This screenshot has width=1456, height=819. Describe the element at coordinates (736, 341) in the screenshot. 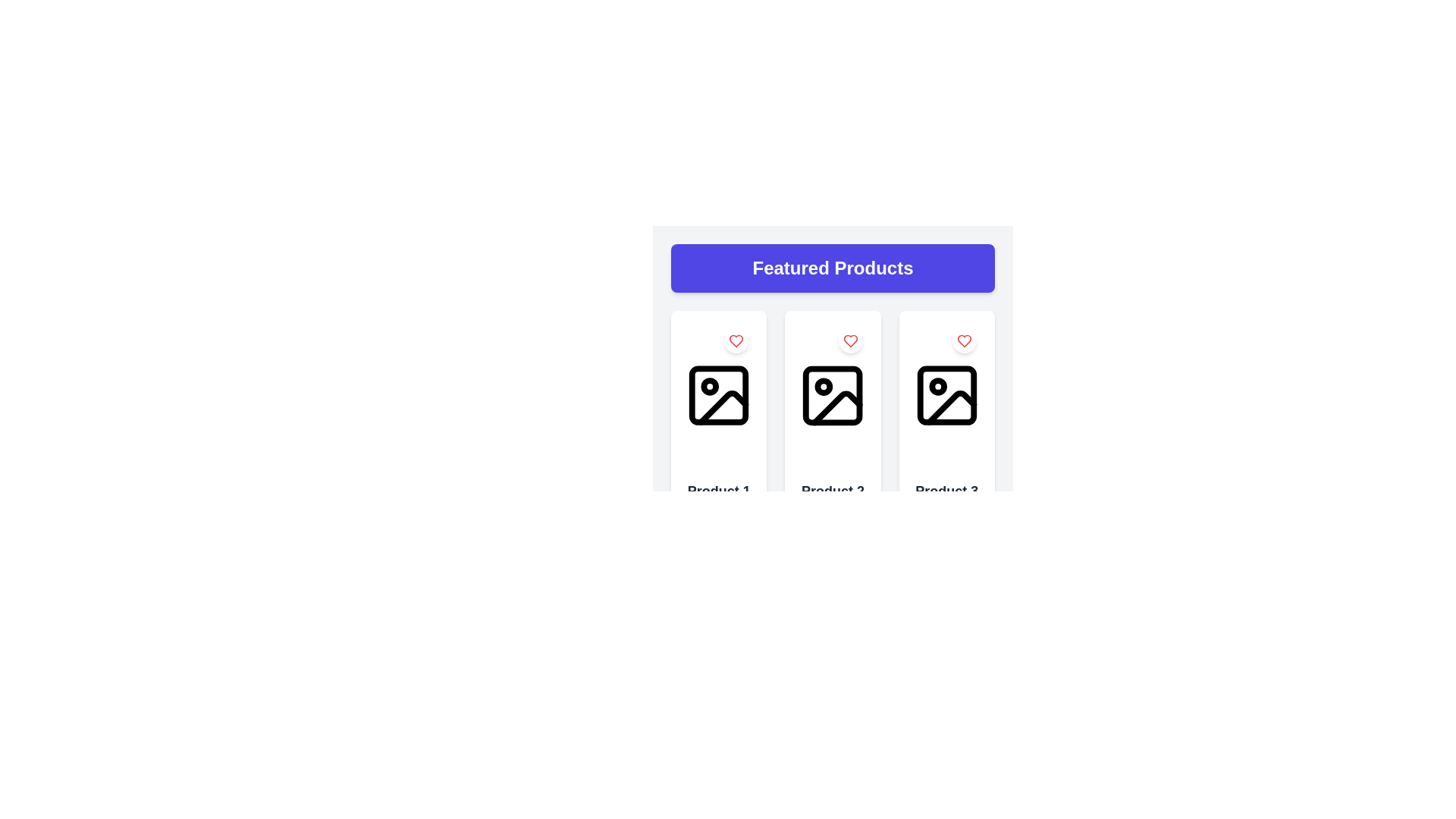

I see `the small, circular button with a white background and a red heart icon located in the top-right corner of the first product card under the 'Featured Products' section` at that location.